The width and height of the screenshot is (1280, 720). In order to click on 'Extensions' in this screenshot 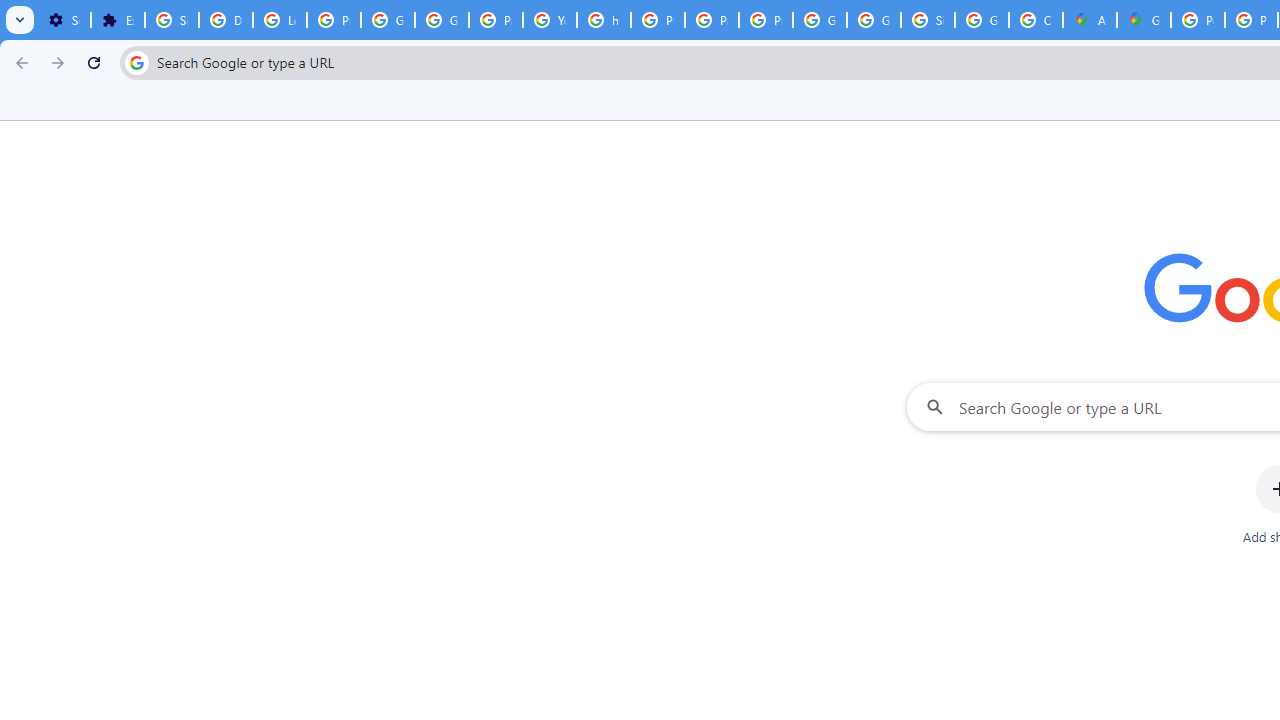, I will do `click(116, 20)`.